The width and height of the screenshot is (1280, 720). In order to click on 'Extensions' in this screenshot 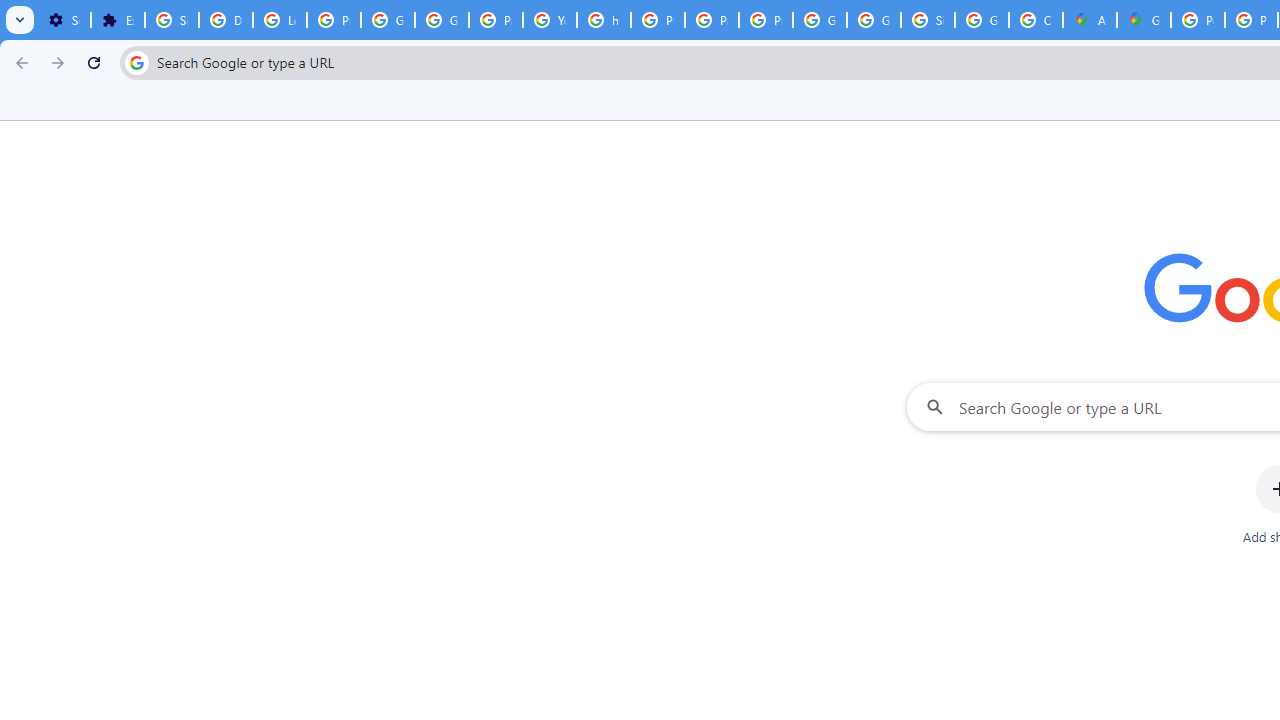, I will do `click(116, 20)`.